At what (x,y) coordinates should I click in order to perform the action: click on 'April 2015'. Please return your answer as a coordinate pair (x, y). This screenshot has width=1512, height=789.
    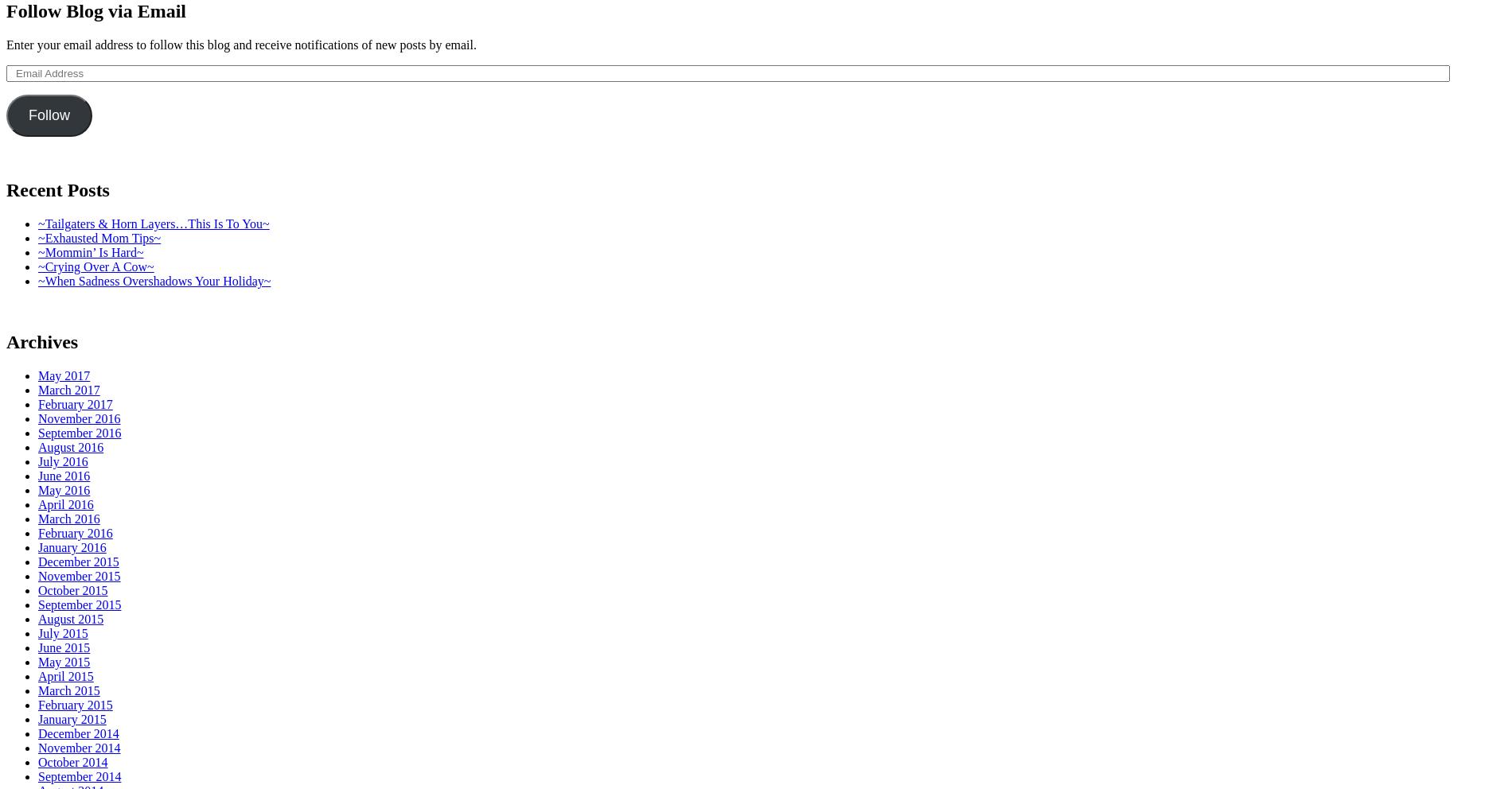
    Looking at the image, I should click on (65, 674).